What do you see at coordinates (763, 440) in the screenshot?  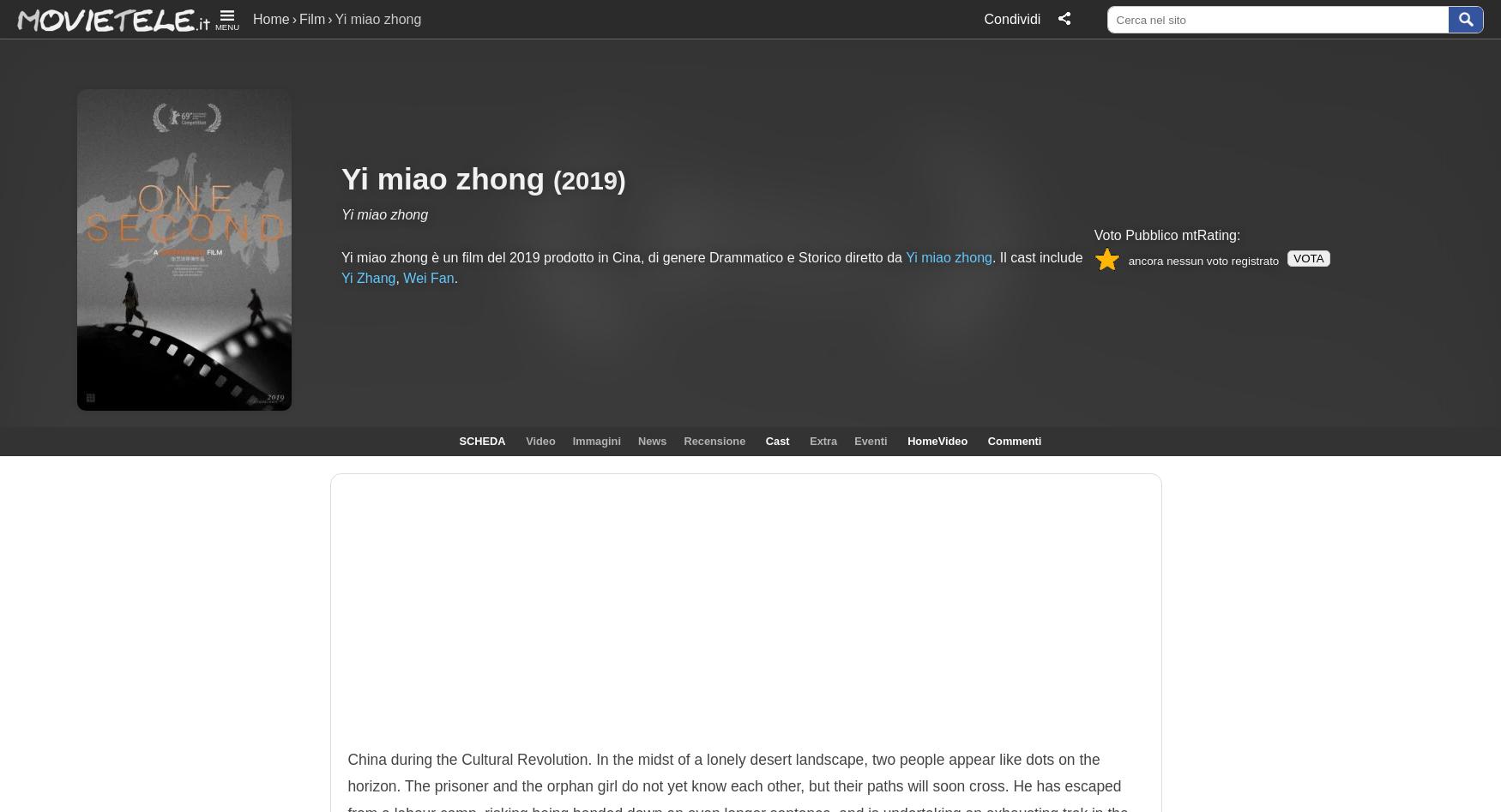 I see `'Cast'` at bounding box center [763, 440].